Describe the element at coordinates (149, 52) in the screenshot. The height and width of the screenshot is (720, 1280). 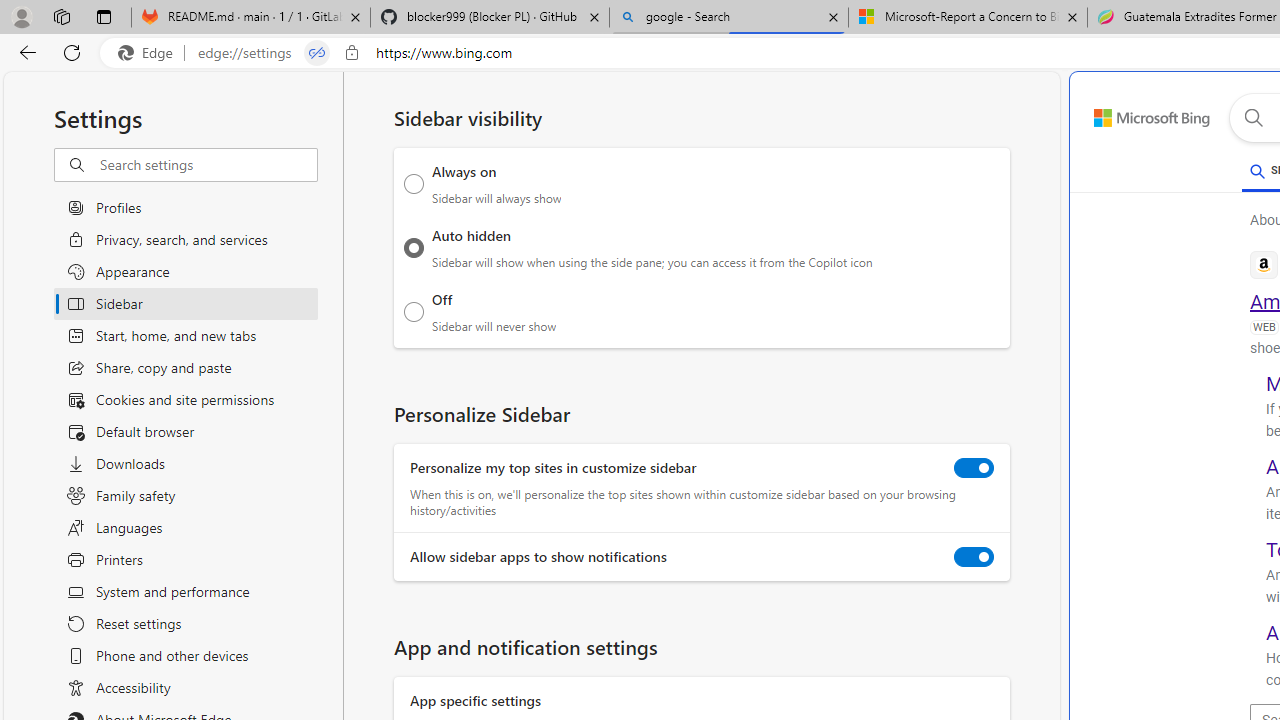
I see `'Edge'` at that location.